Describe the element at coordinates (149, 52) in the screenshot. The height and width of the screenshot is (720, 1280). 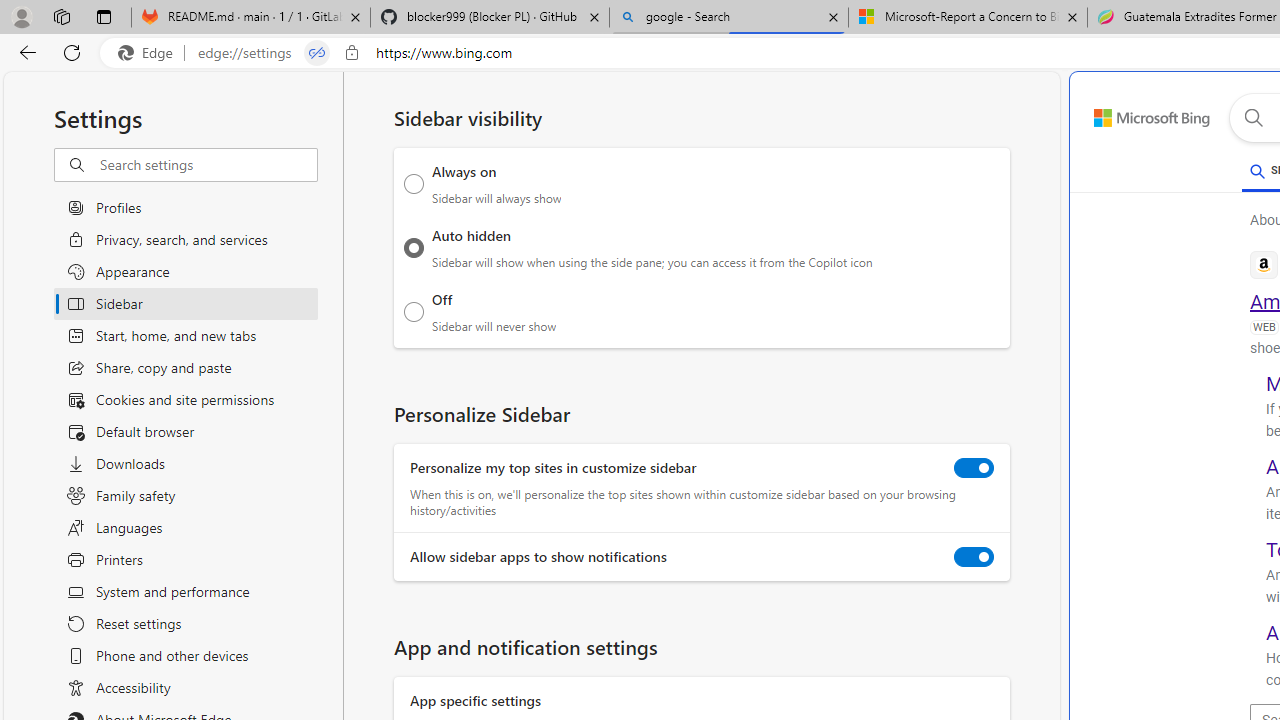
I see `'Edge'` at that location.